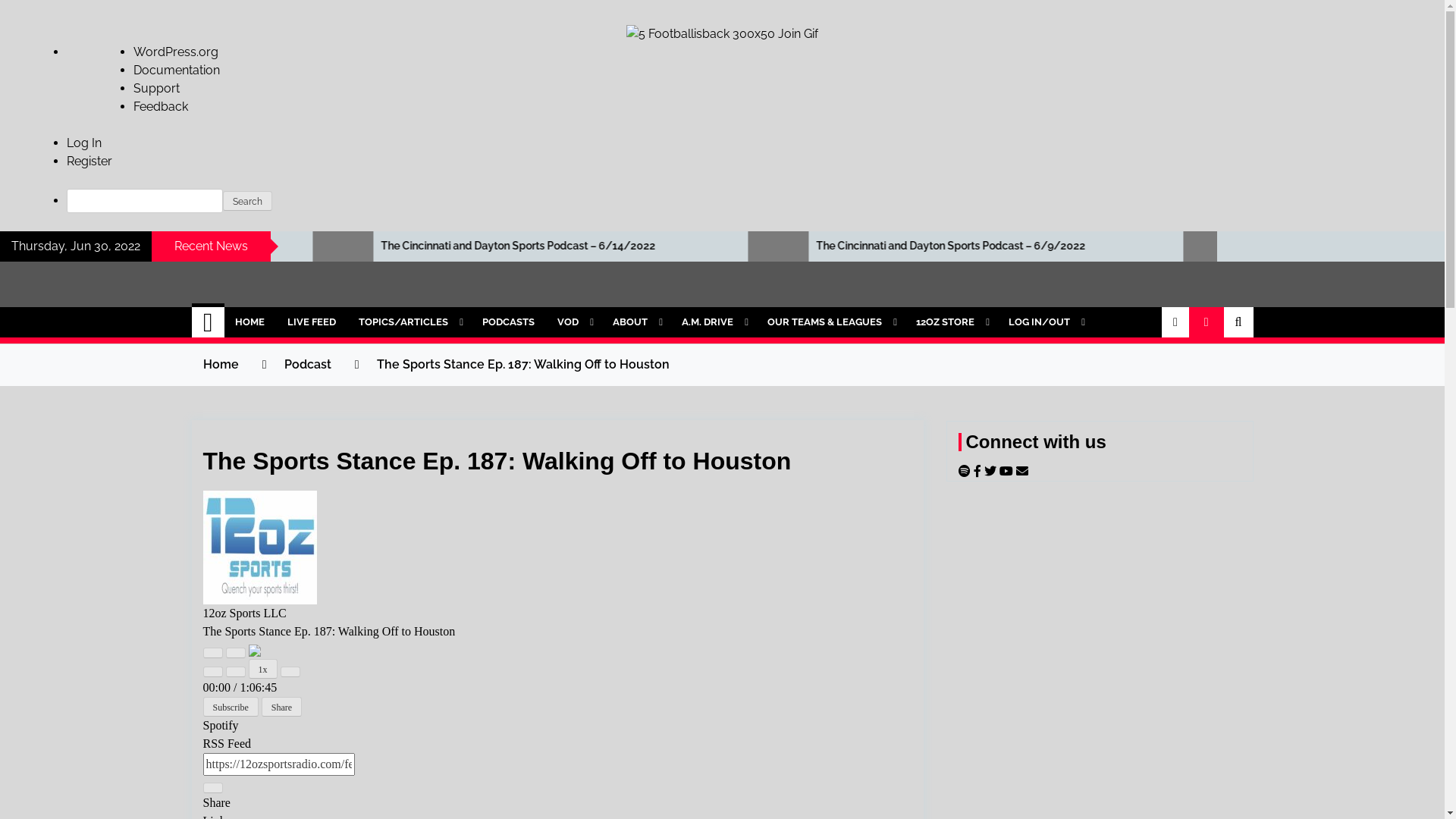  Describe the element at coordinates (573, 321) in the screenshot. I see `'VOD'` at that location.